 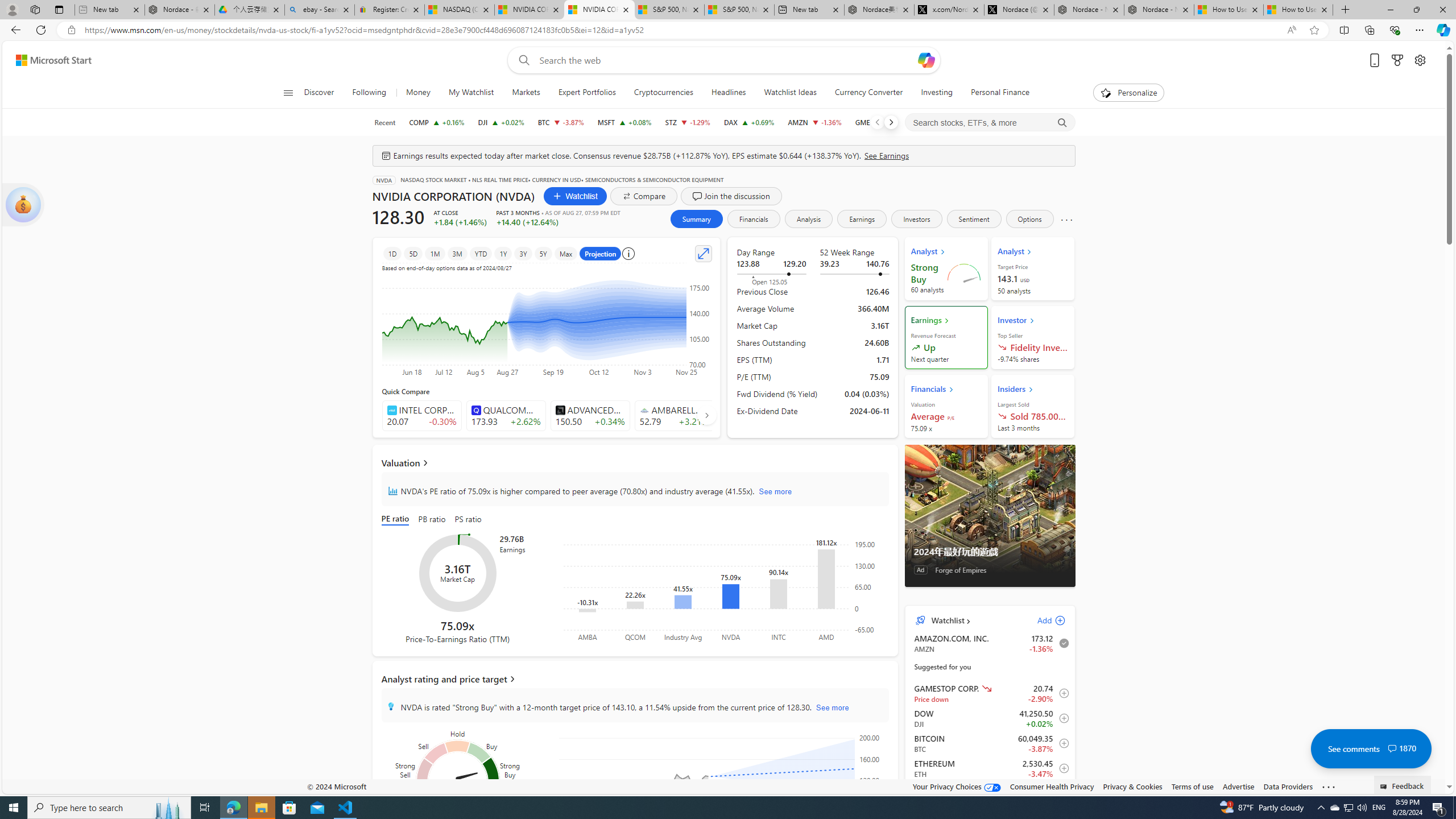 I want to click on 'Advertise', so click(x=1238, y=786).